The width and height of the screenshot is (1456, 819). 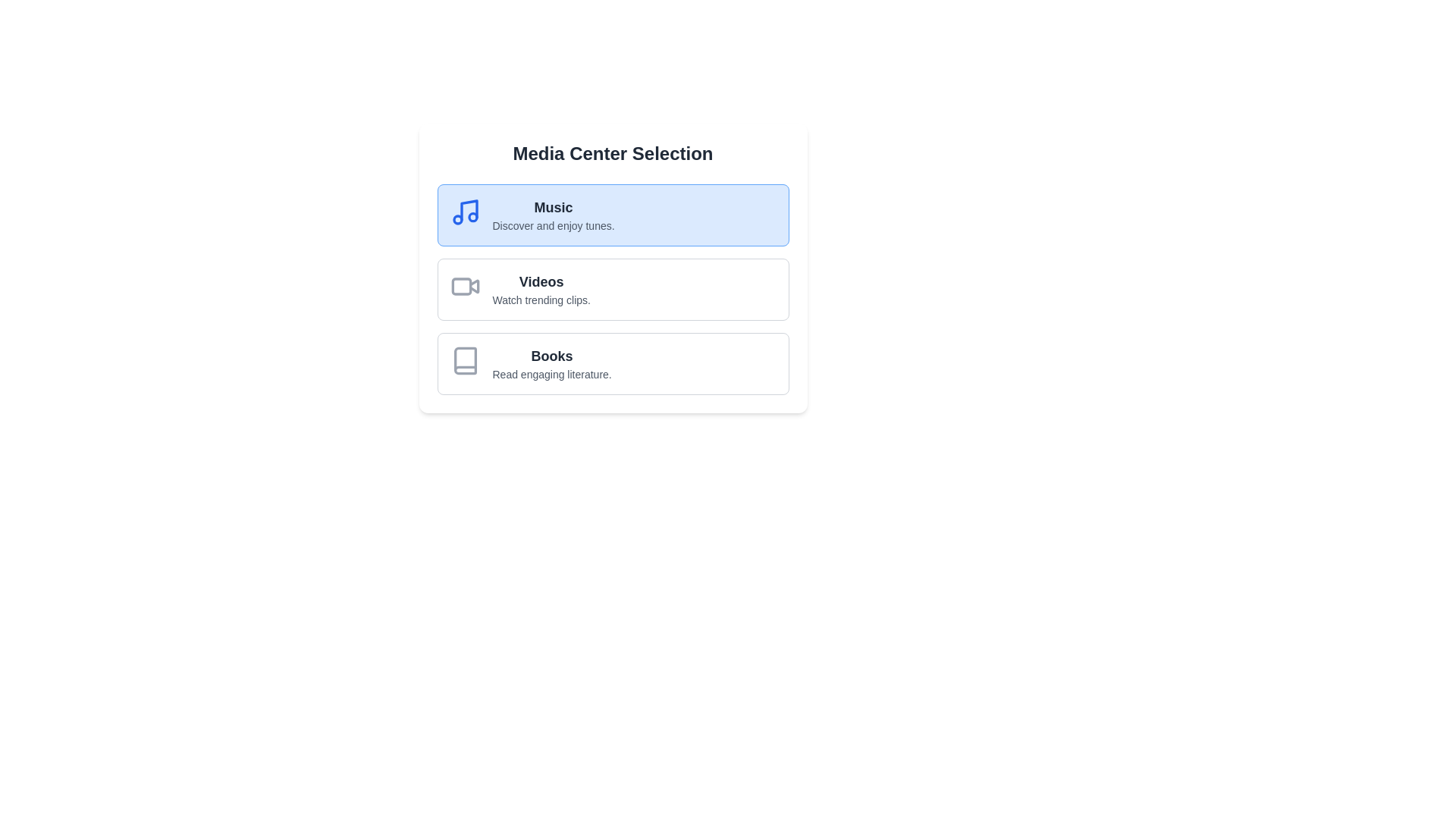 I want to click on the 'Videos' Interactive Card, which is the second item in a vertical list of three cards in the media center interface, so click(x=613, y=268).